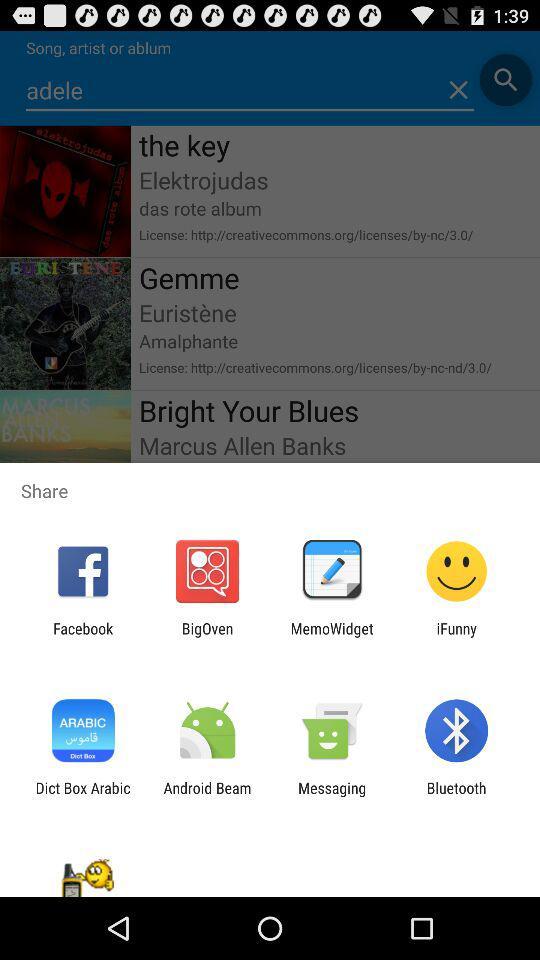 The width and height of the screenshot is (540, 960). What do you see at coordinates (206, 636) in the screenshot?
I see `bigoven app` at bounding box center [206, 636].